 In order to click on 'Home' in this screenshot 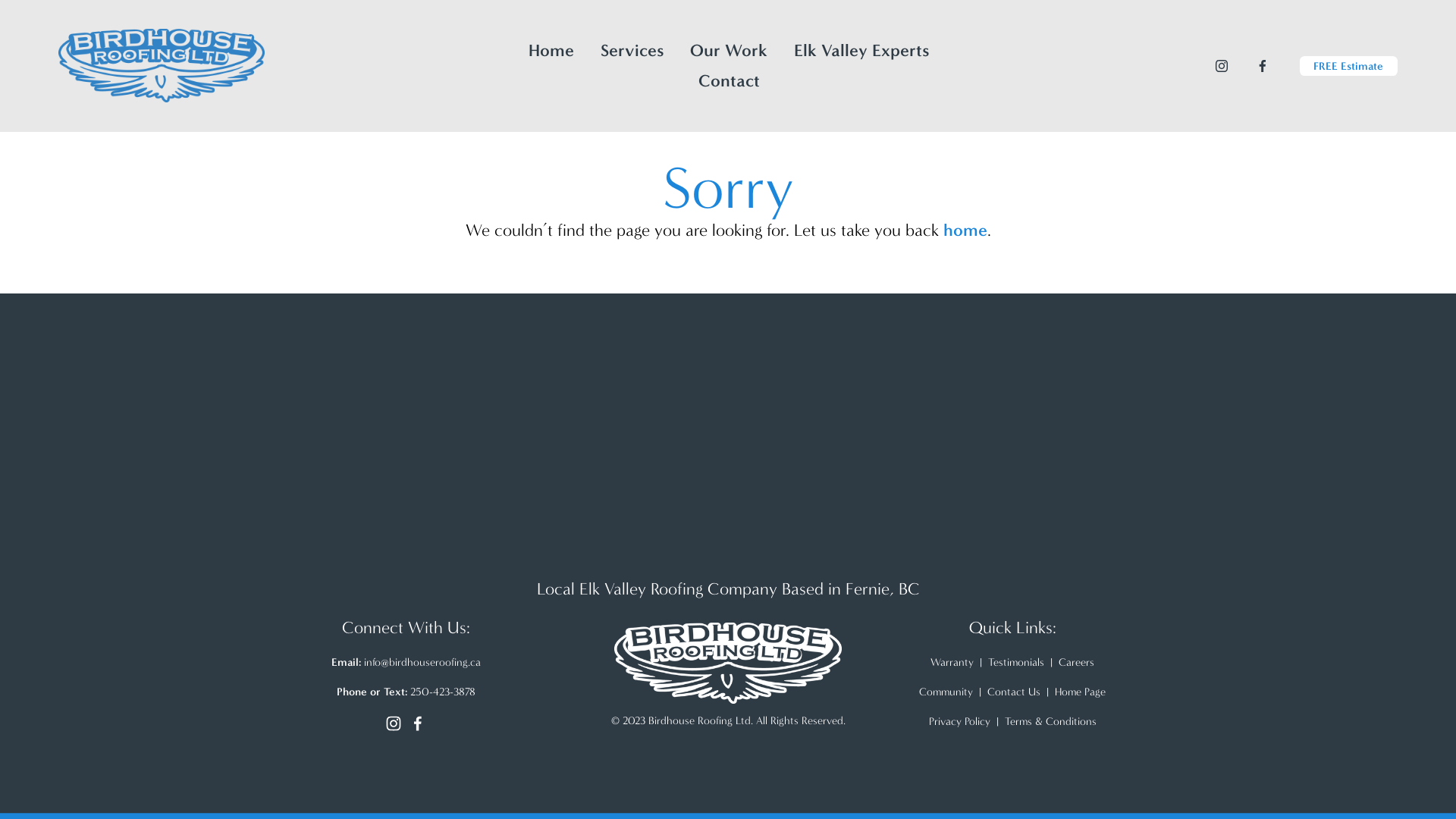, I will do `click(528, 49)`.